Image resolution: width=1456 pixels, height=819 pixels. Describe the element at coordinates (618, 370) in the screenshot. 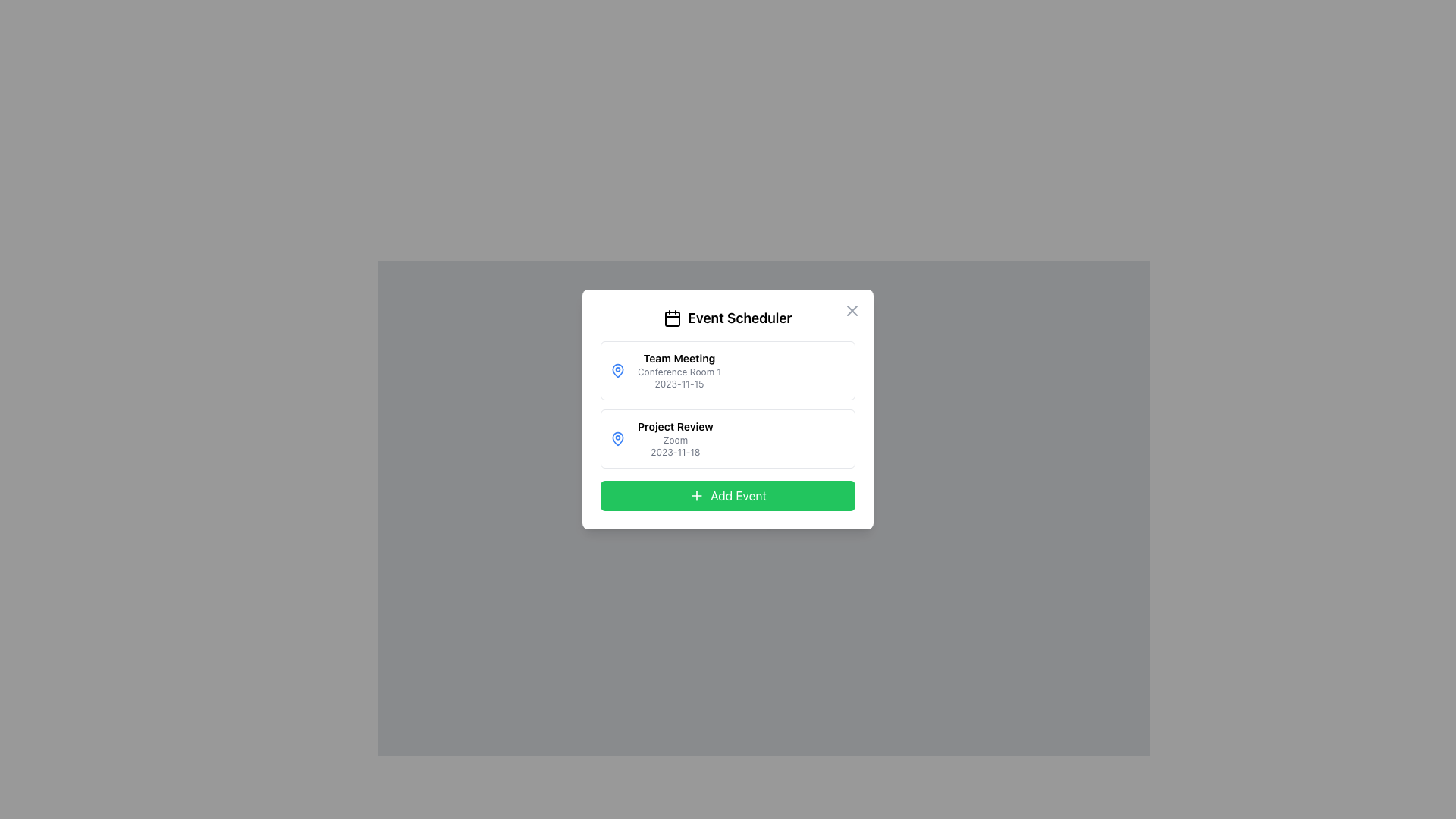

I see `the location pin icon styled with a blue outline that is positioned to the left of the text 'Project Review', part of the second event item in the 'Event Scheduler' list` at that location.